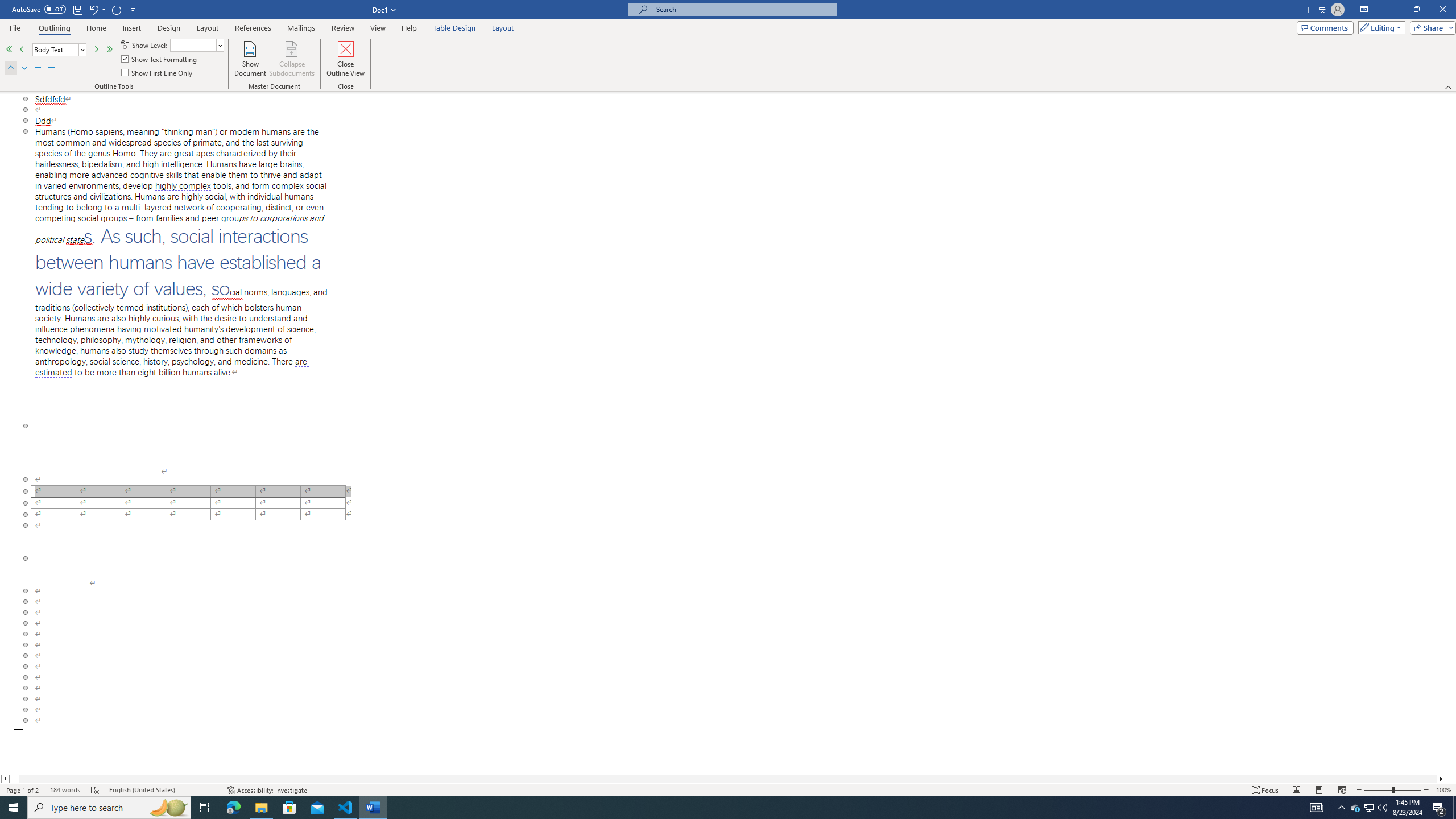 The height and width of the screenshot is (819, 1456). I want to click on 'Move Down', so click(23, 67).